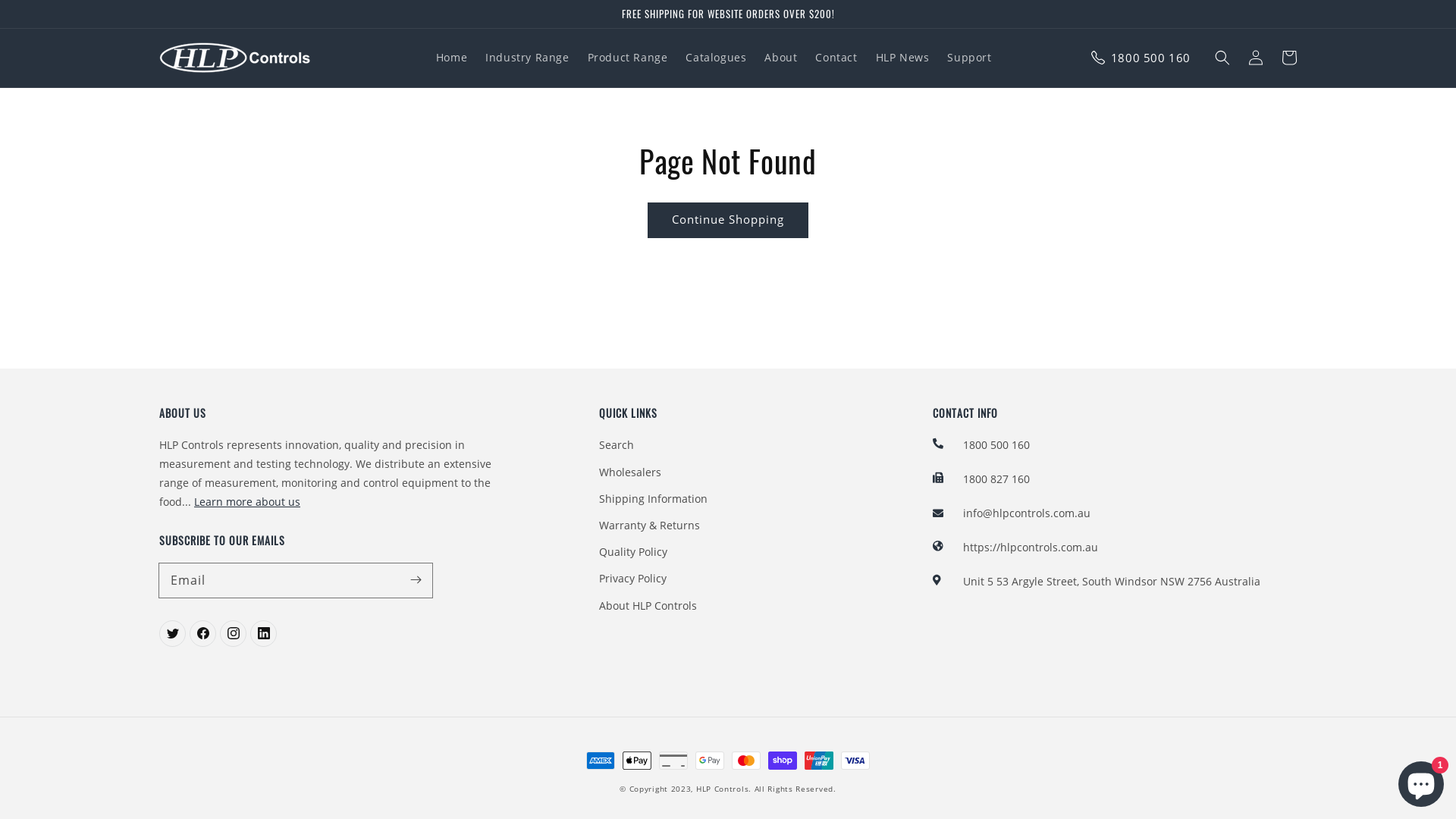  What do you see at coordinates (653, 498) in the screenshot?
I see `'Shipping Information'` at bounding box center [653, 498].